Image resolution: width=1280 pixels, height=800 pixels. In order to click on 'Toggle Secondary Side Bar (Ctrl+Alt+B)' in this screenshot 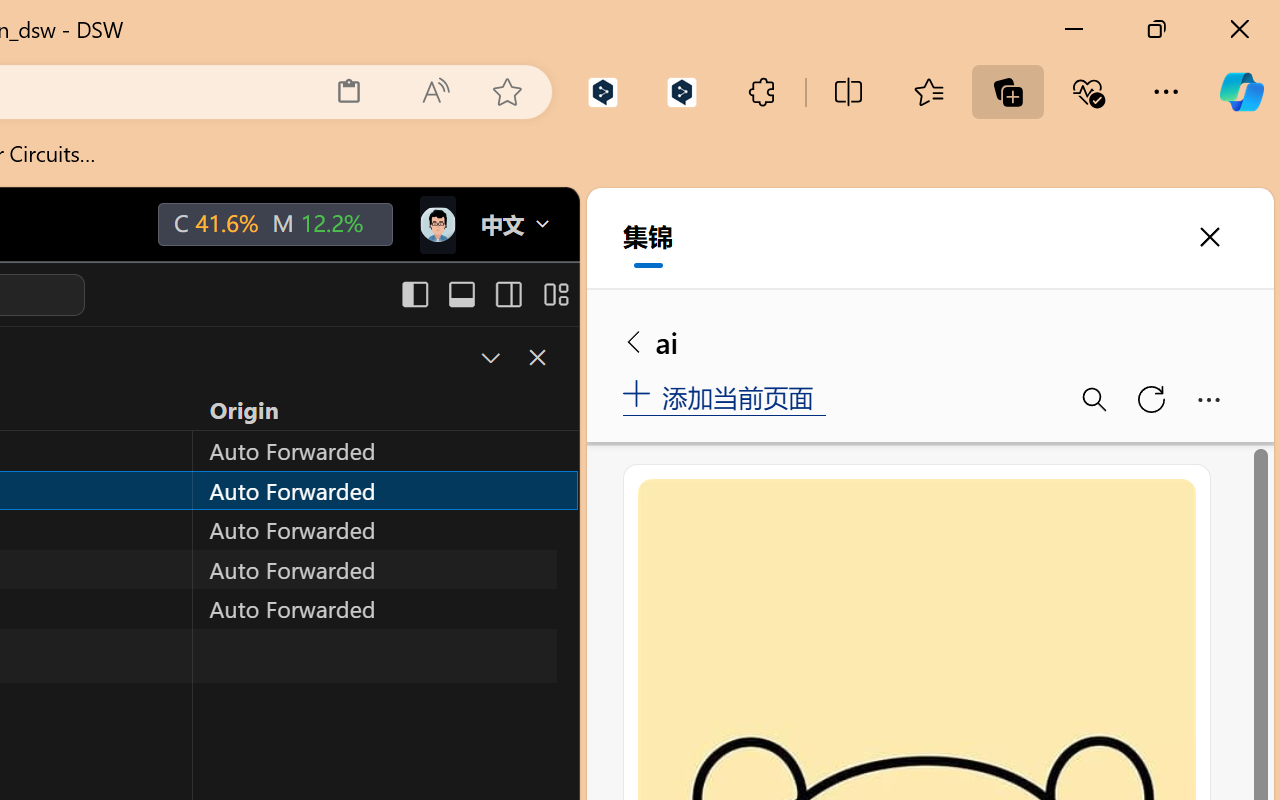, I will do `click(506, 294)`.